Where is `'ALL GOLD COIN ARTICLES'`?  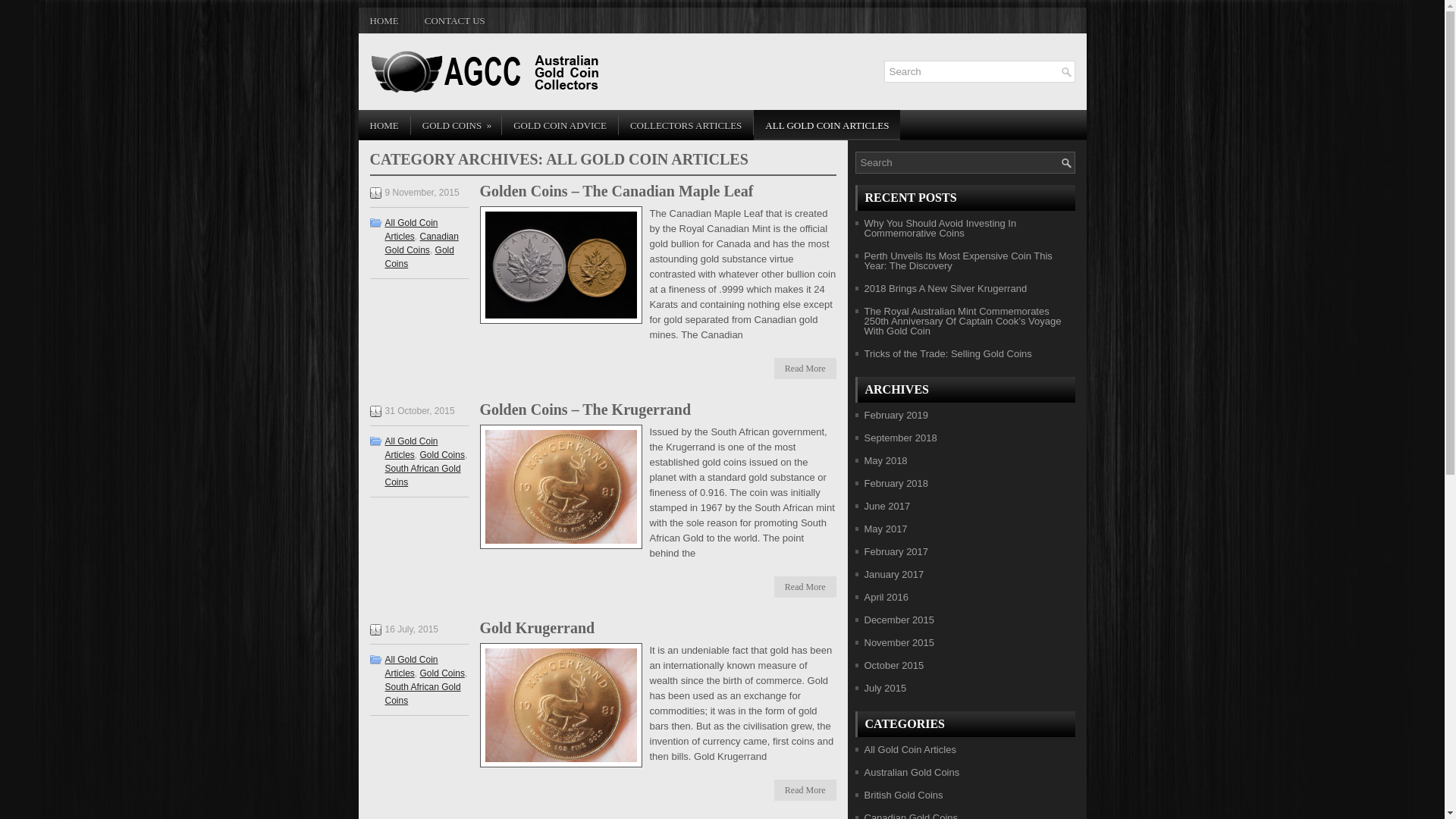
'ALL GOLD COIN ARTICLES' is located at coordinates (753, 124).